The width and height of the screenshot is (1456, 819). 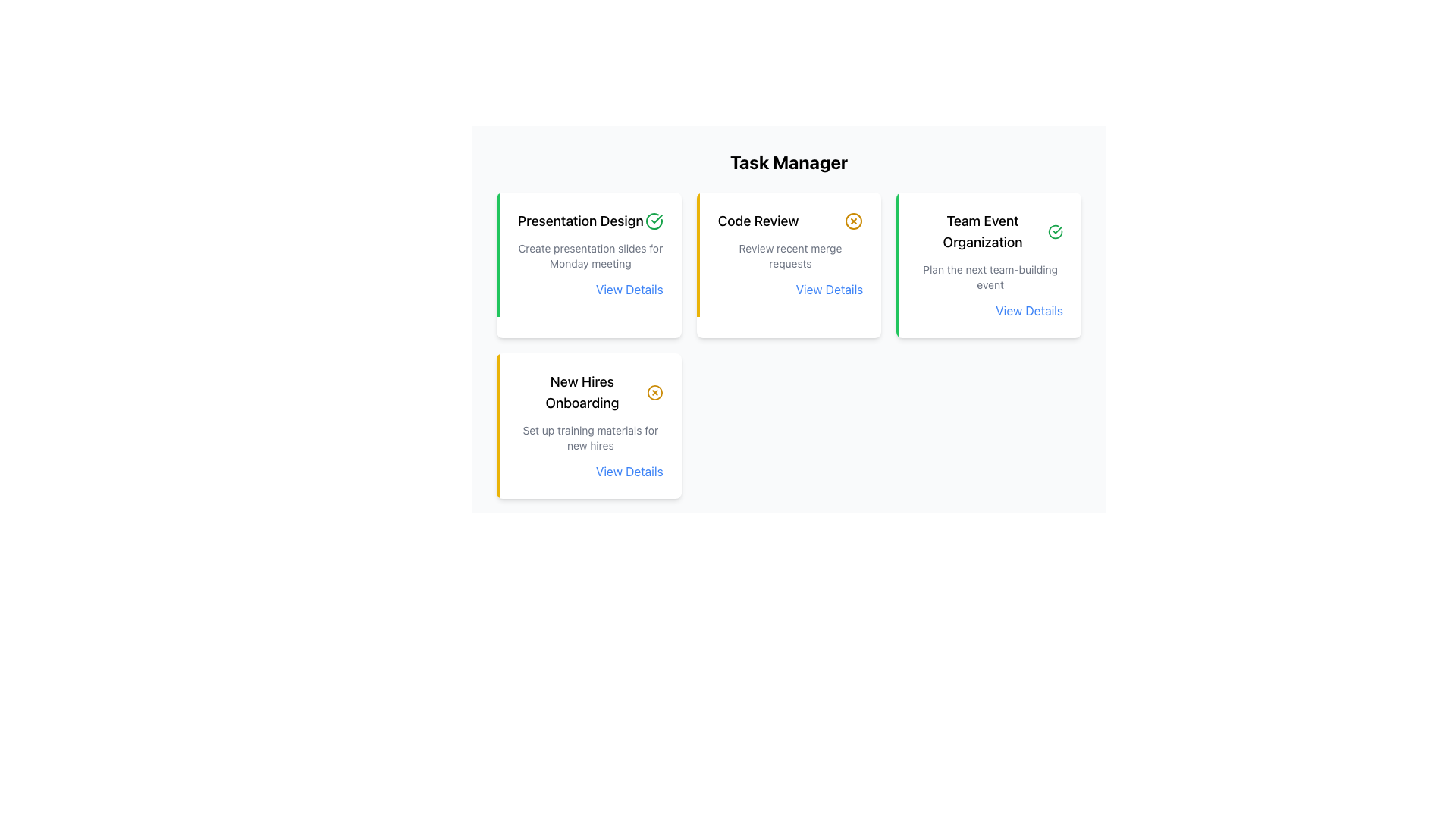 I want to click on the hyperlink located at the bottom of the 'Presentation Design' card, so click(x=629, y=289).